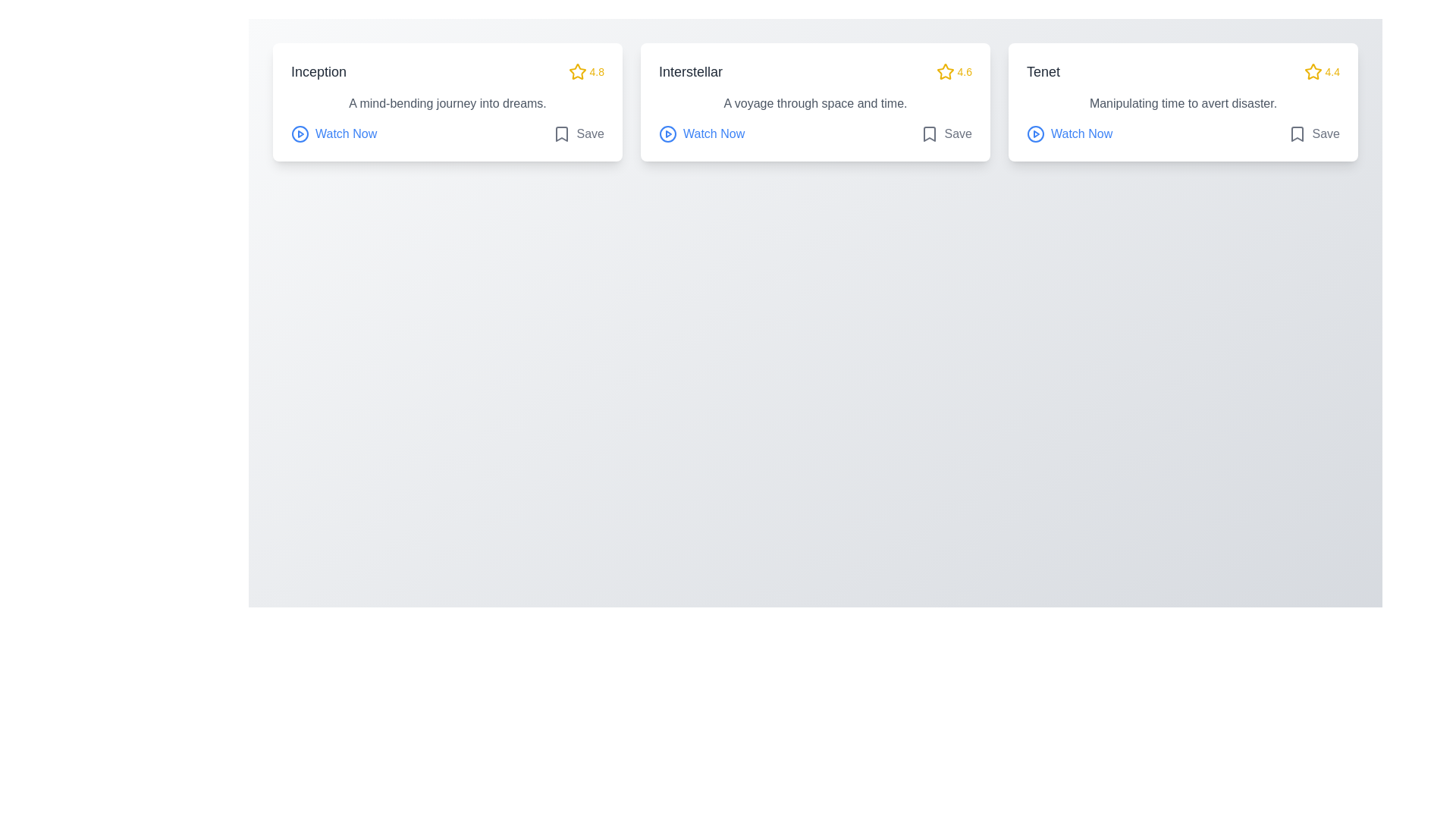 This screenshot has height=819, width=1456. I want to click on the 'Save' button with a bookmark icon located in the center of the right section of the 'Inception' movie card to change its color, so click(577, 133).